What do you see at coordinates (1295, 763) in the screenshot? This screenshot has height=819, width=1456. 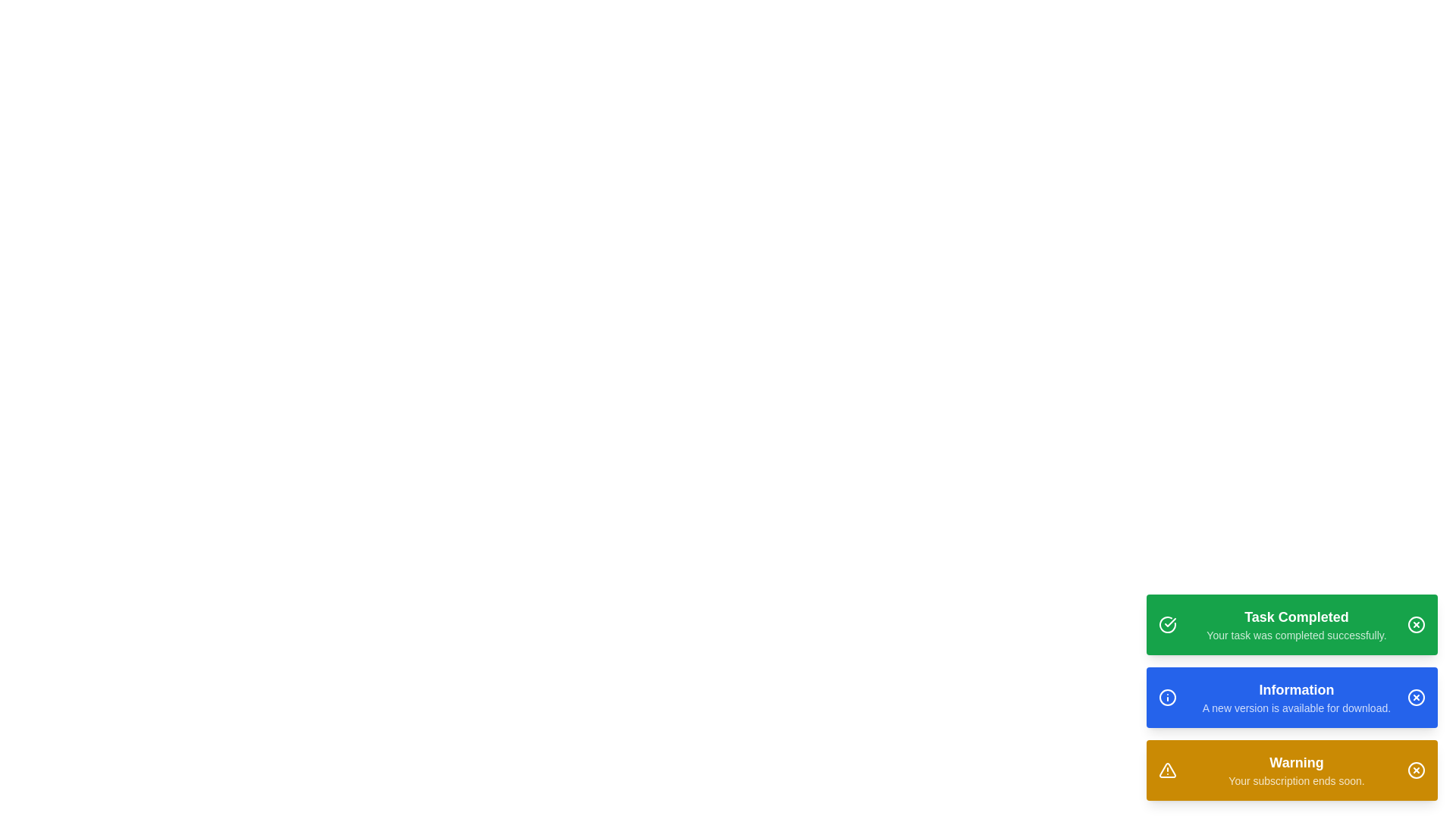 I see `the 'Warning' text displayed in bold on an orange background, located in the bottom notification panel` at bounding box center [1295, 763].